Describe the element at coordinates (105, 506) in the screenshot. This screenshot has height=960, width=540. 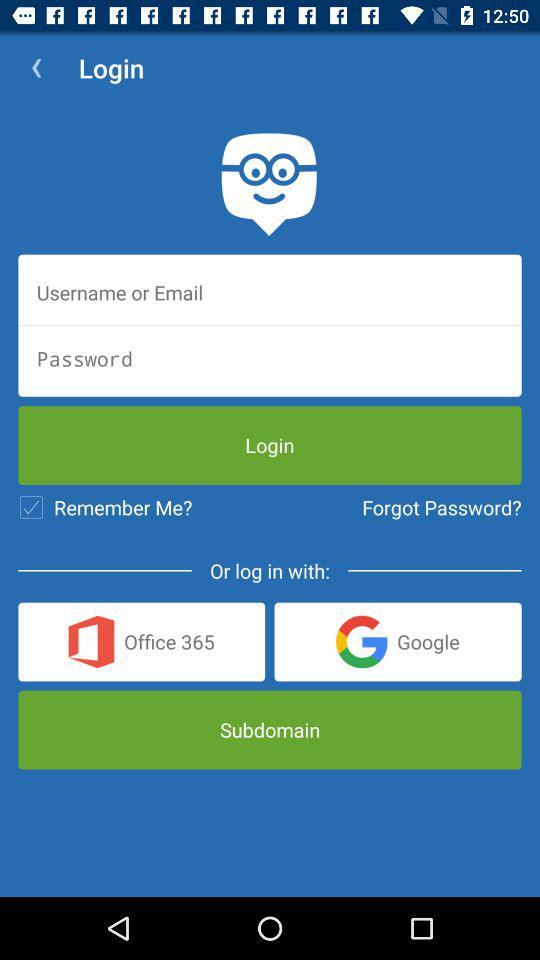
I see `icon to the left of forgot password? item` at that location.